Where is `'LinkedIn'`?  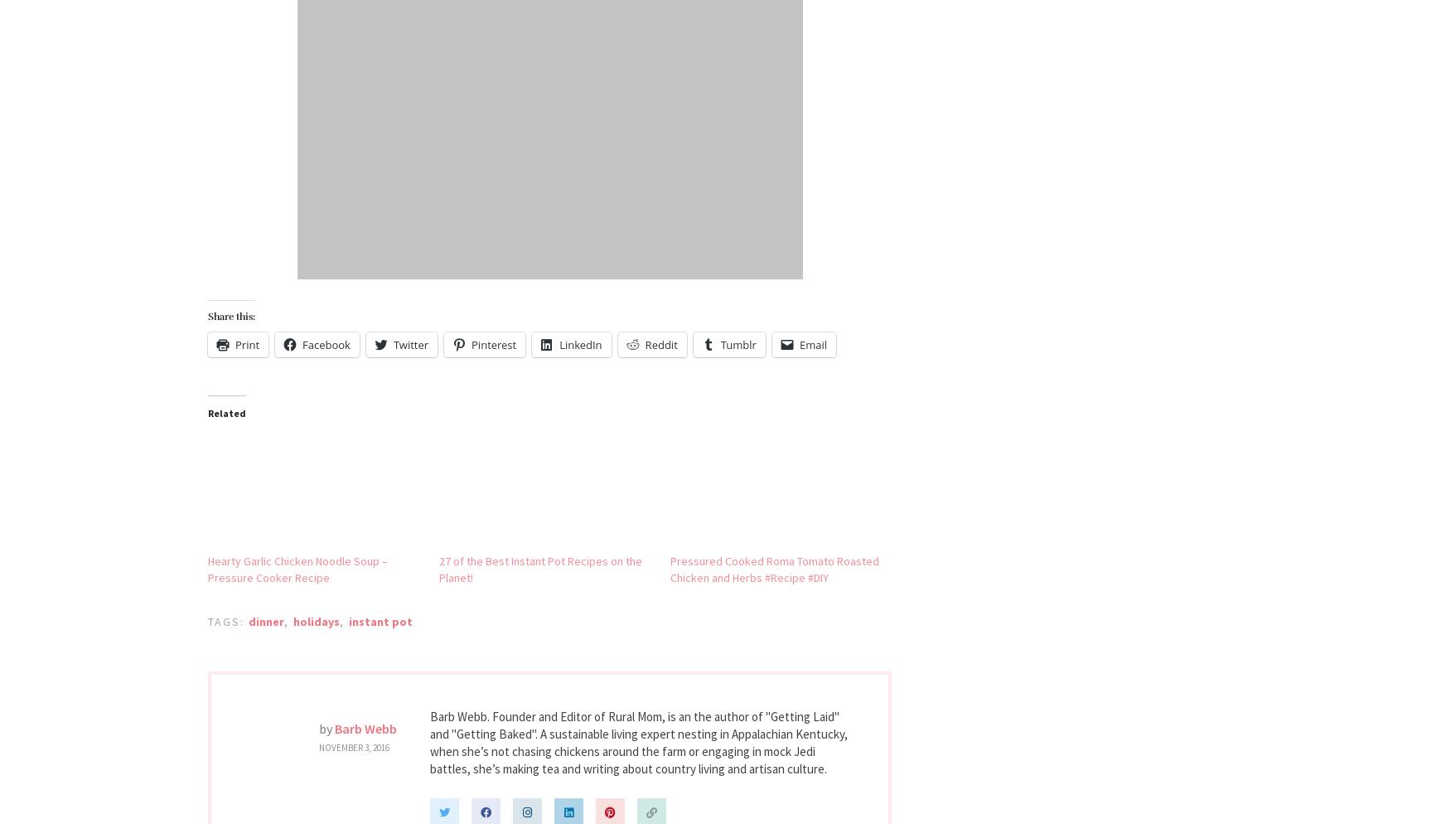
'LinkedIn' is located at coordinates (559, 343).